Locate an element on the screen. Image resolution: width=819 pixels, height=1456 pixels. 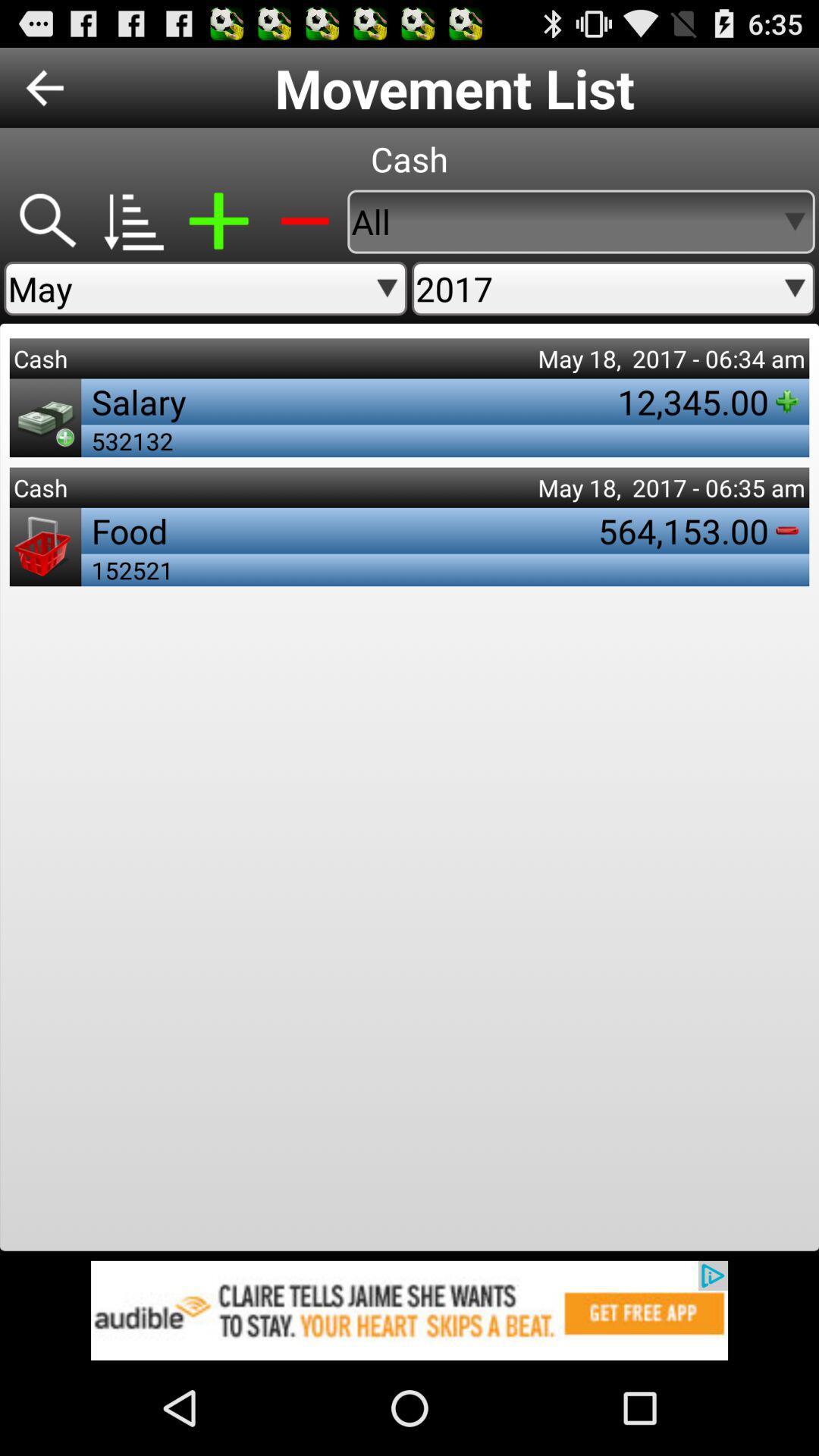
return to previous screen is located at coordinates (44, 86).